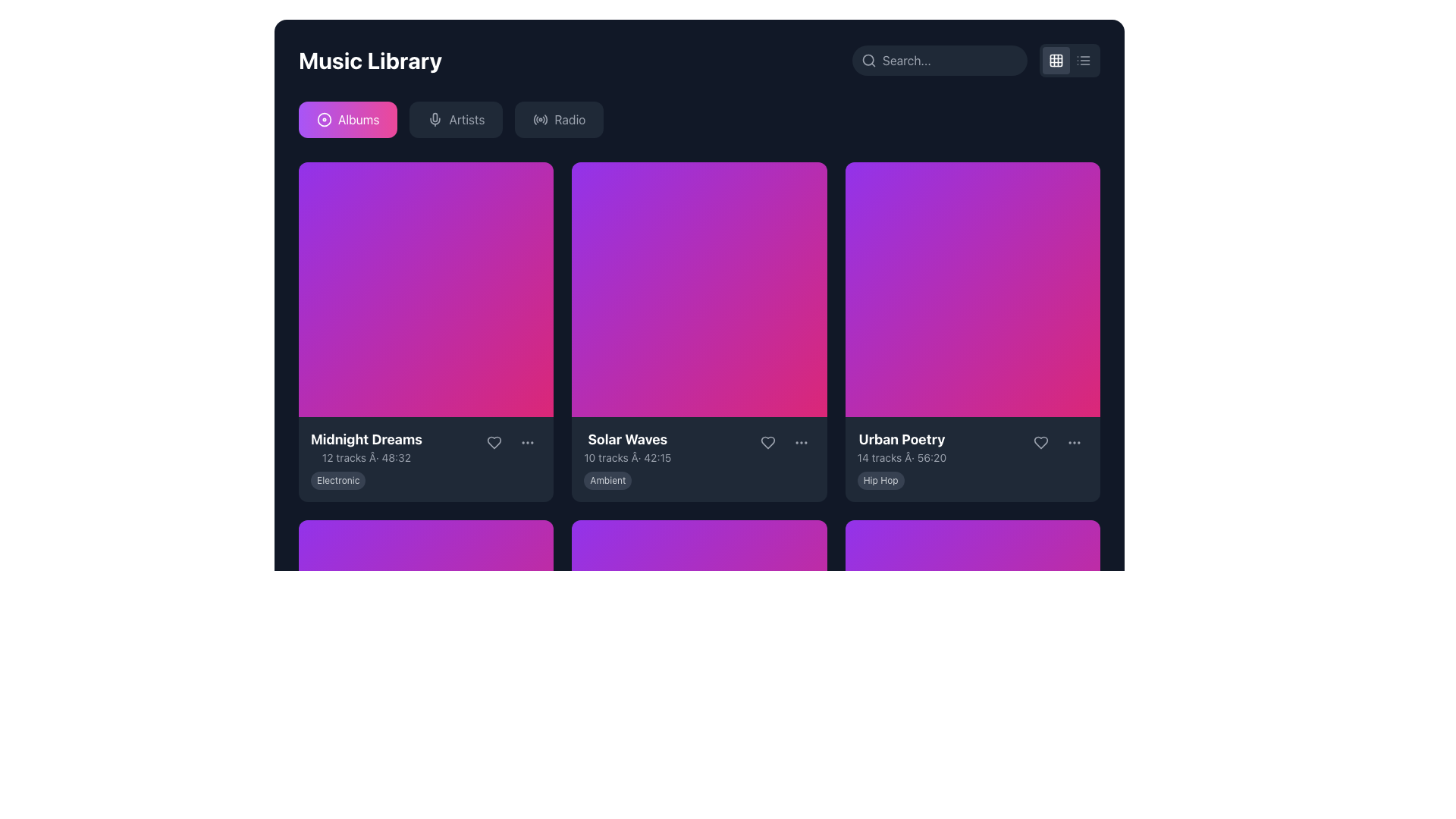  What do you see at coordinates (1040, 442) in the screenshot?
I see `the heart-icon graphic indicating the 'favorite' or 'like' feature located in the bottom-right corner of the 'Urban Poetry' card` at bounding box center [1040, 442].